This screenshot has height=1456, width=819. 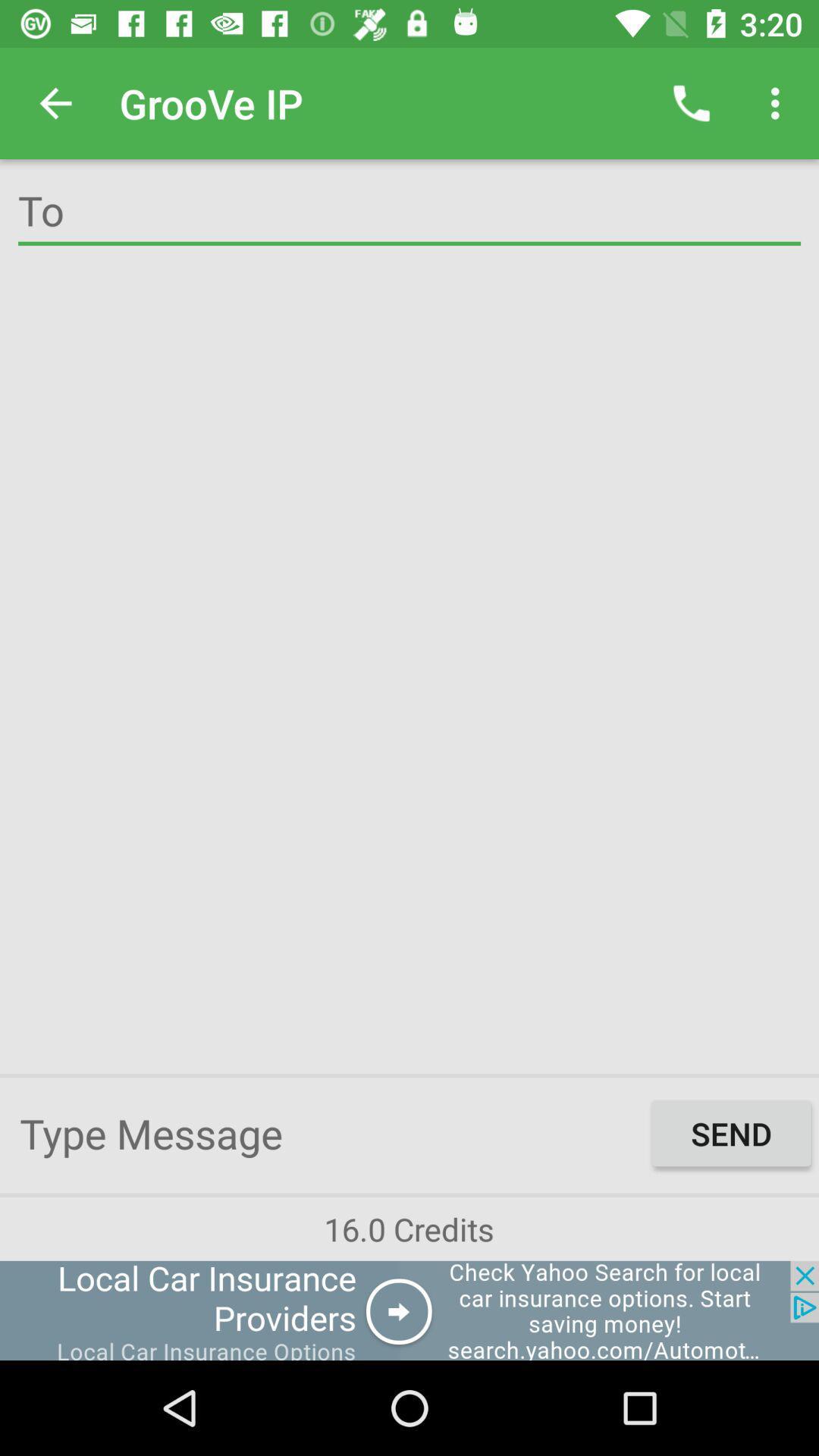 What do you see at coordinates (409, 1310) in the screenshot?
I see `car insurance on yahoo advertisement` at bounding box center [409, 1310].